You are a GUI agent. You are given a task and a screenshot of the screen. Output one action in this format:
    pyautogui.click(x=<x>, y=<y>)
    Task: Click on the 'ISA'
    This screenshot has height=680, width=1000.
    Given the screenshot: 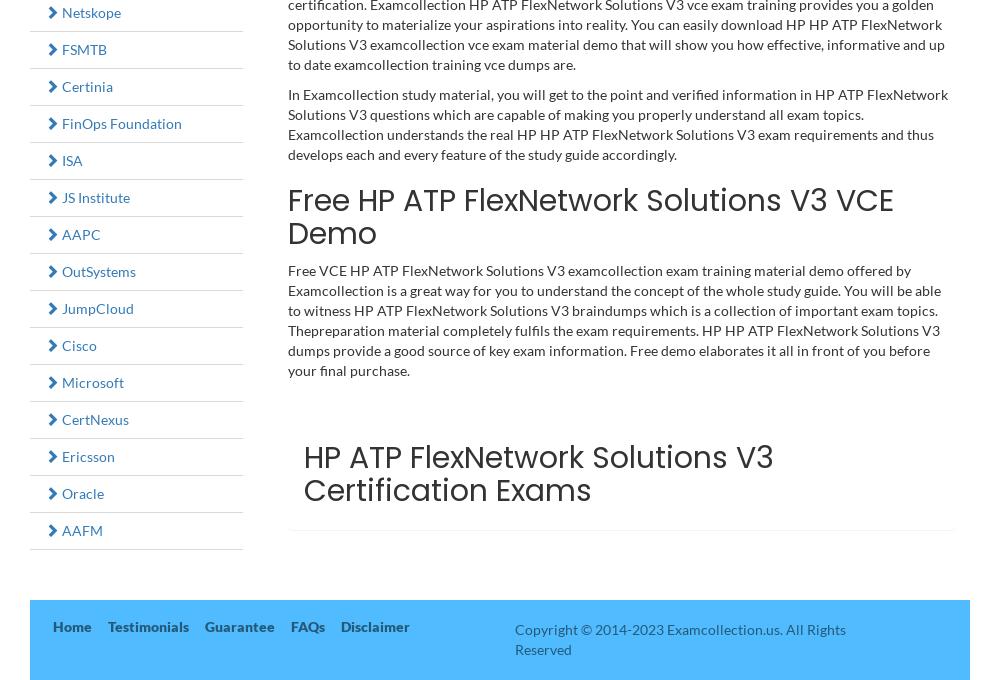 What is the action you would take?
    pyautogui.click(x=70, y=159)
    